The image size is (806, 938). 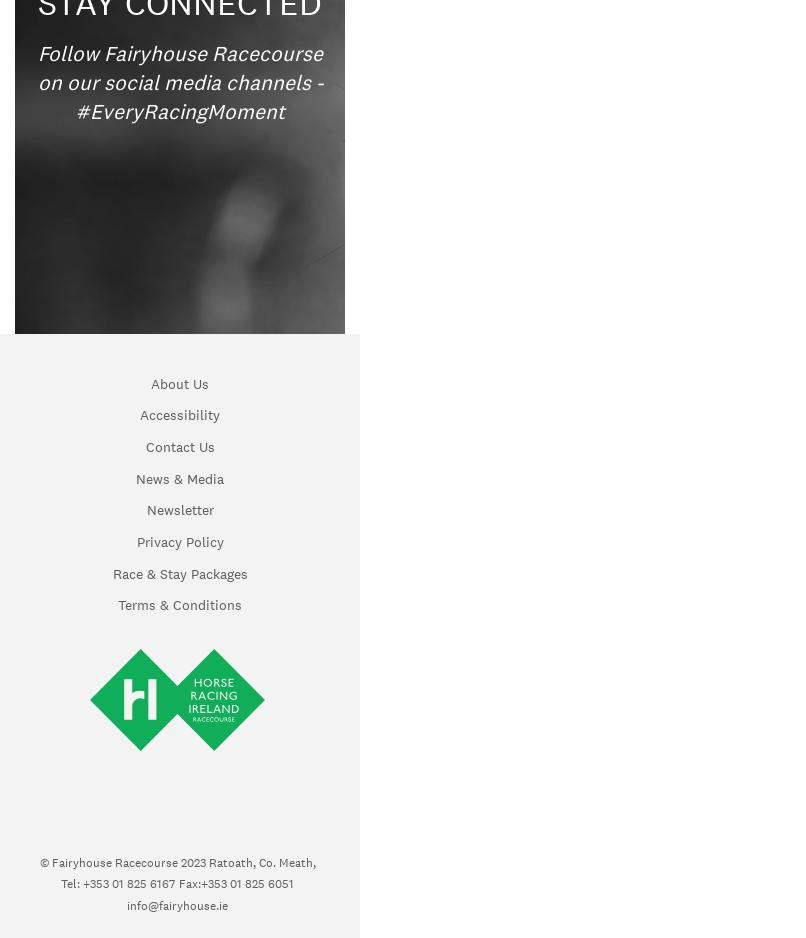 I want to click on 'Follow Fairyhouse Racecourse on our social media channels - #EveryRacingMoment', so click(x=179, y=81).